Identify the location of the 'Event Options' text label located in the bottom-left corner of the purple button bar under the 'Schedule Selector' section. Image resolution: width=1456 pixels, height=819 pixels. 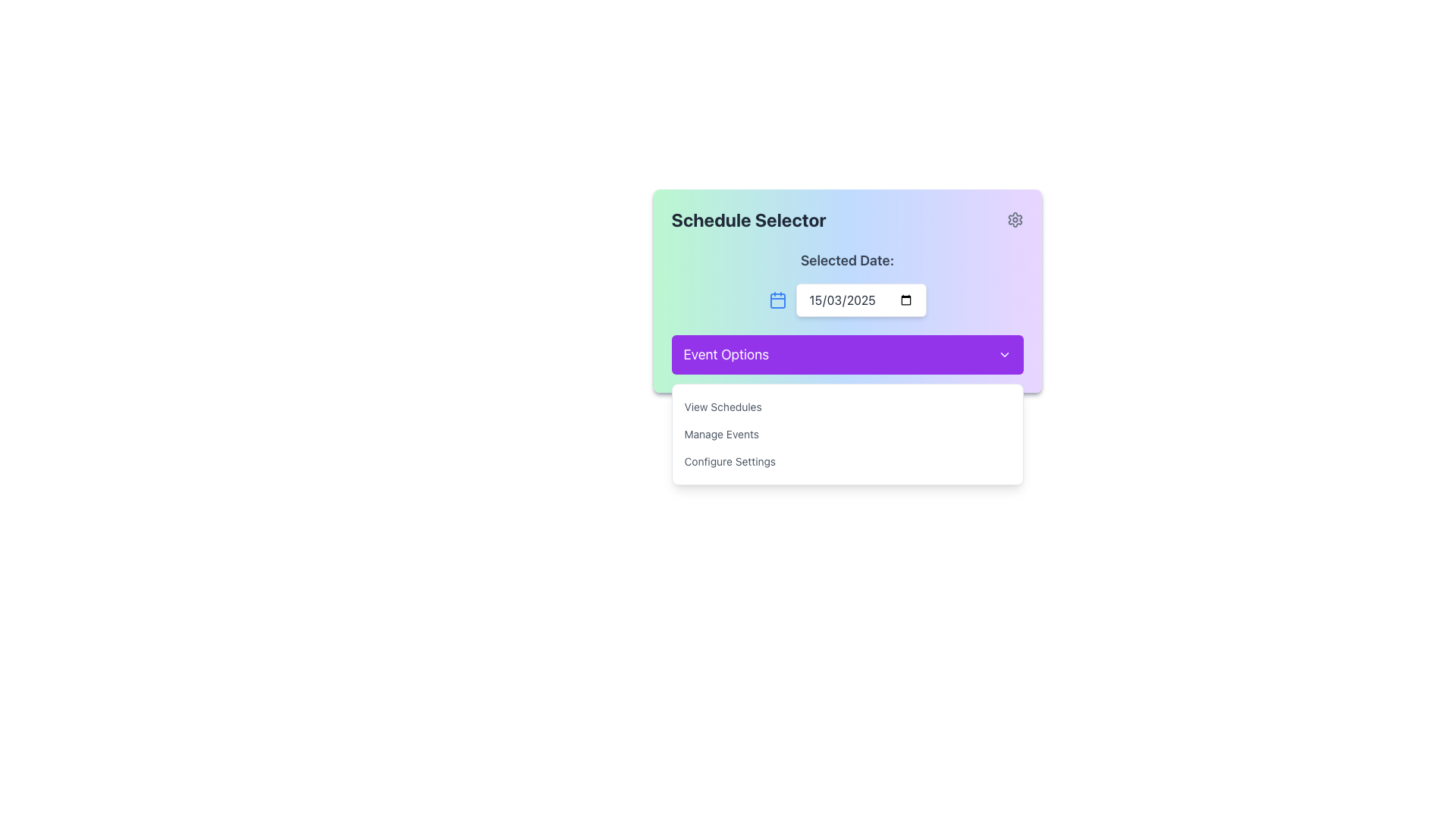
(725, 354).